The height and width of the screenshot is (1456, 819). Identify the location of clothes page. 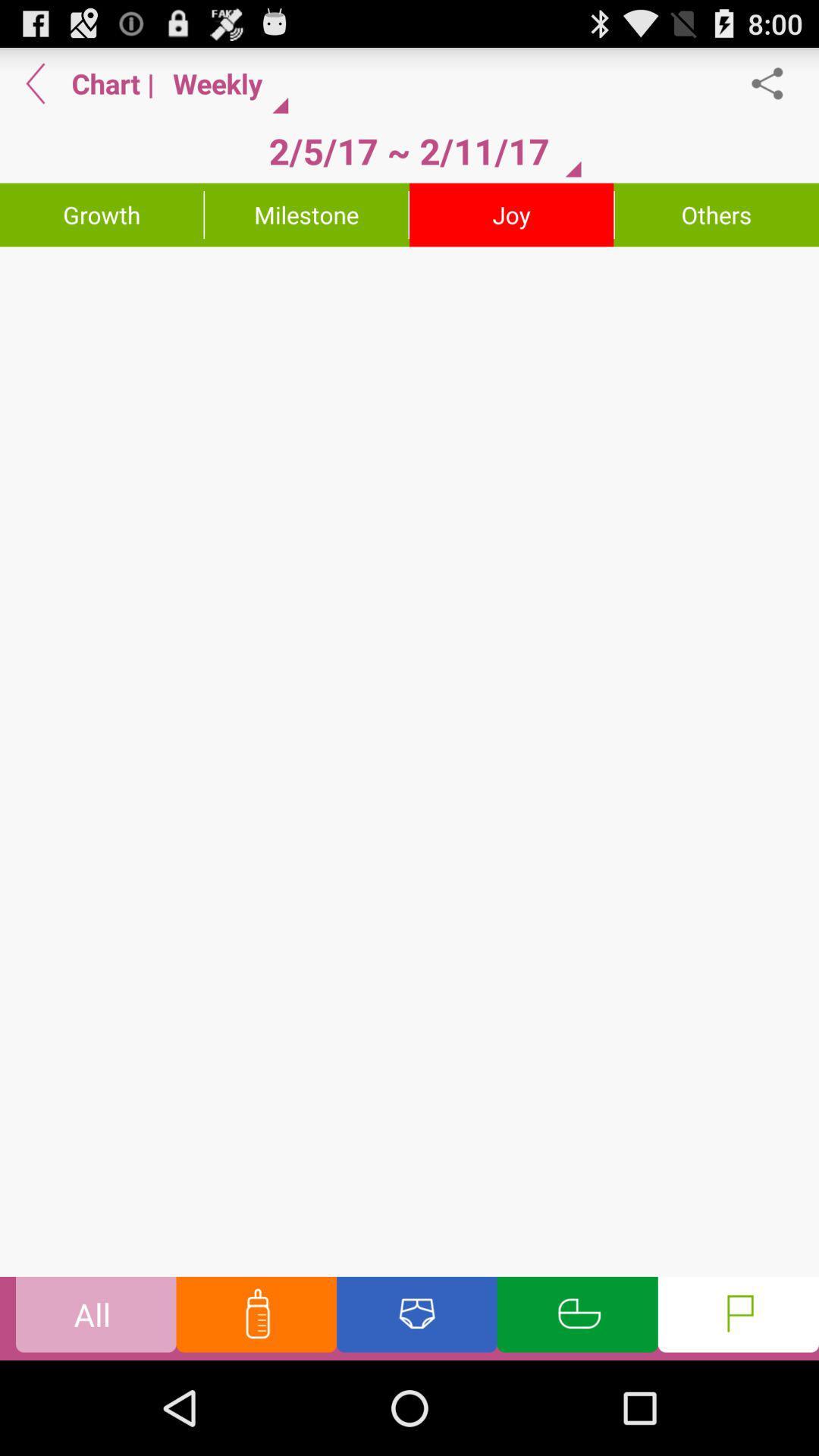
(416, 1317).